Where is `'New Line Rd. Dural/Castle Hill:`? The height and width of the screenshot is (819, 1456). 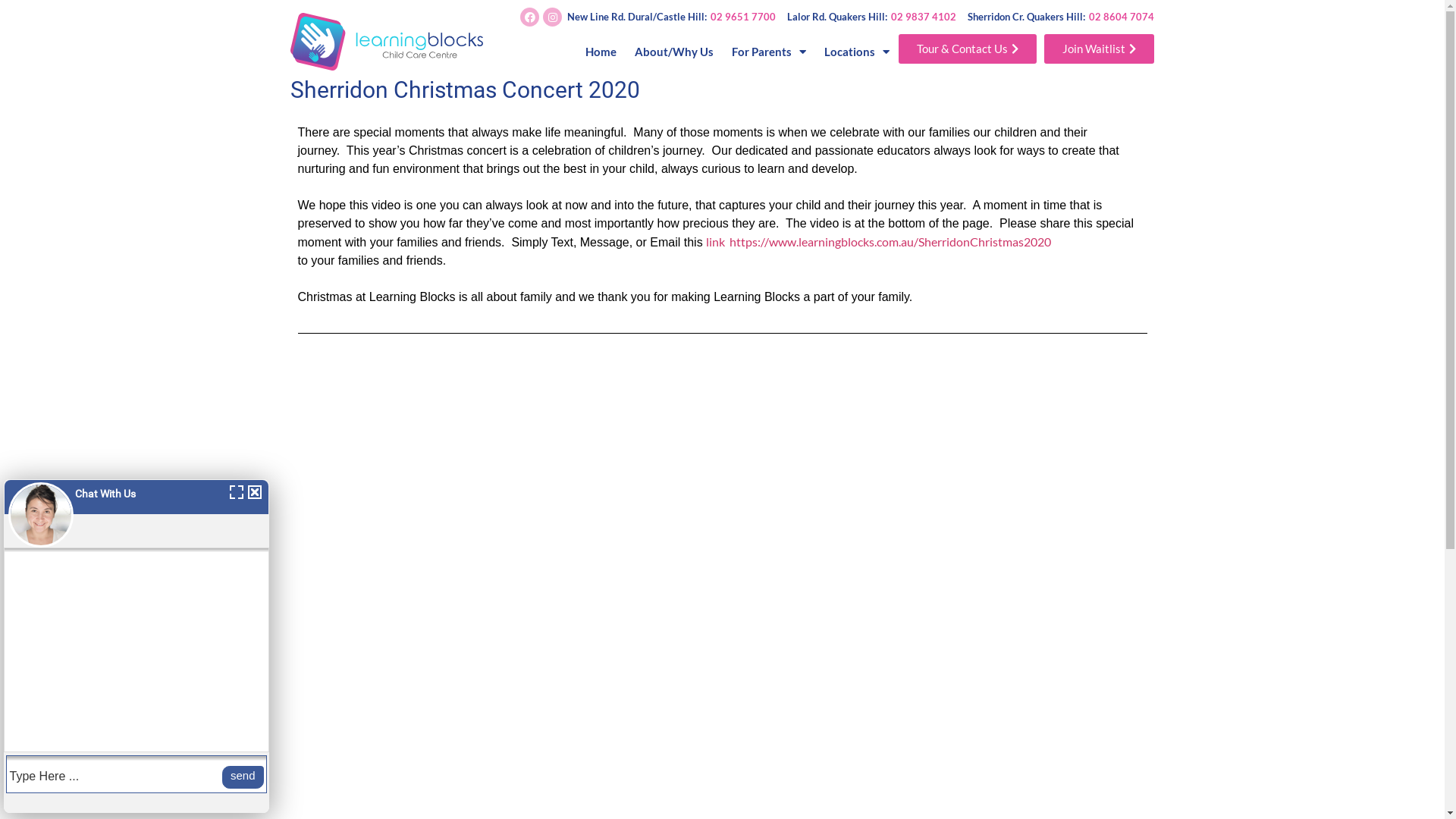 'New Line Rd. Dural/Castle Hill: is located at coordinates (670, 17).